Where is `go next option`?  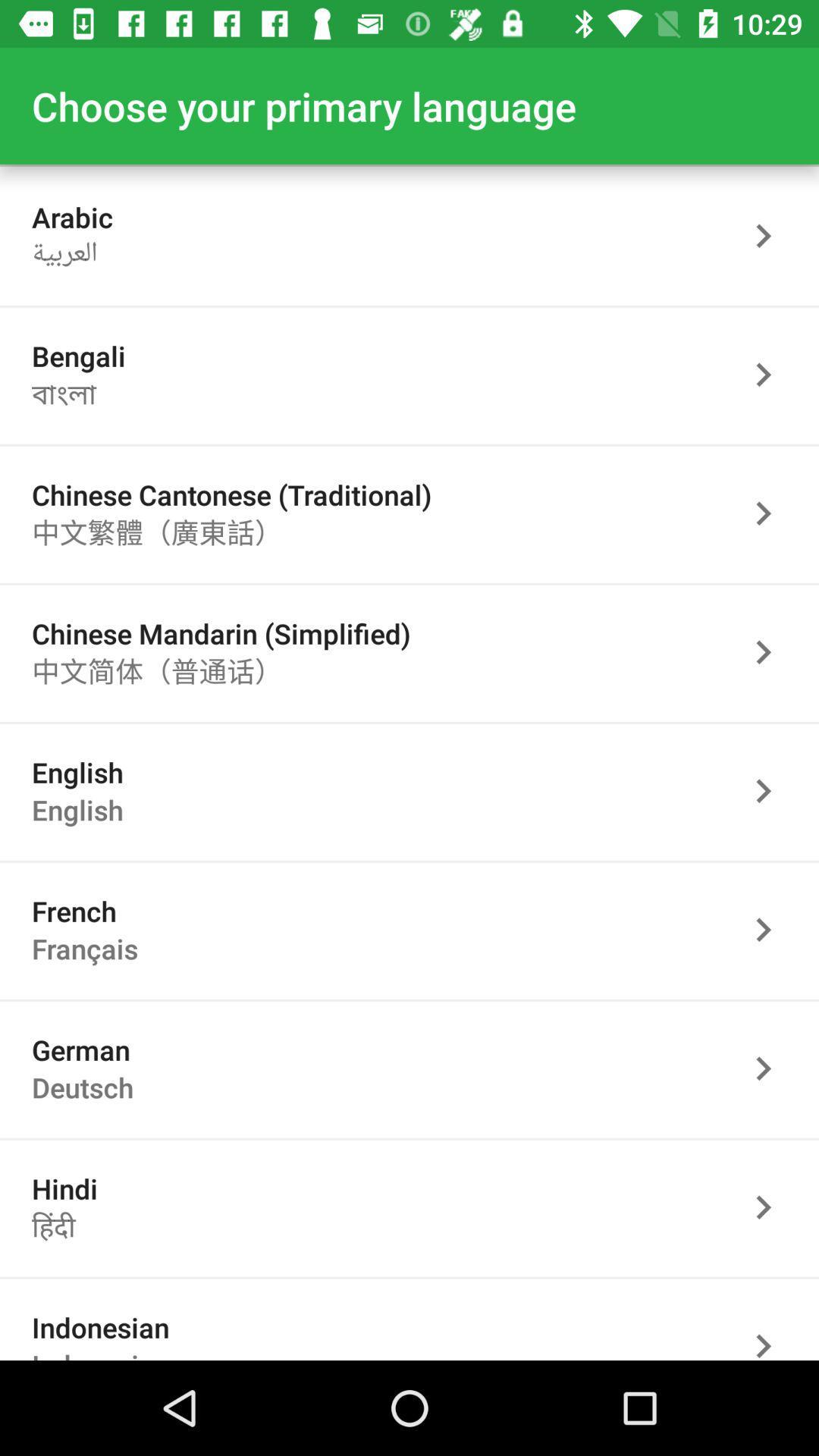 go next option is located at coordinates (771, 1324).